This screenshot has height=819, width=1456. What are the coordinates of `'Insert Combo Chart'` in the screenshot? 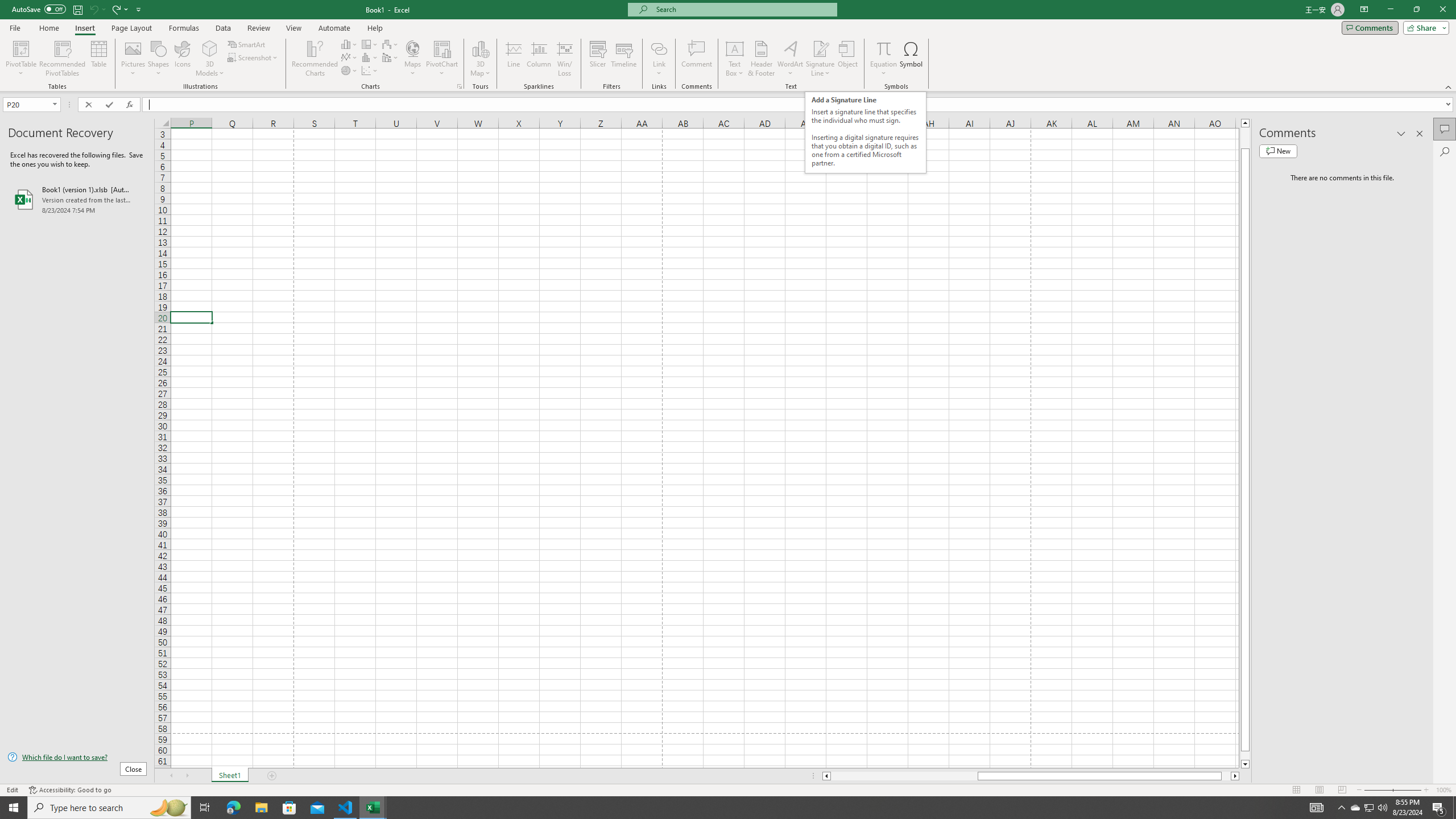 It's located at (390, 56).